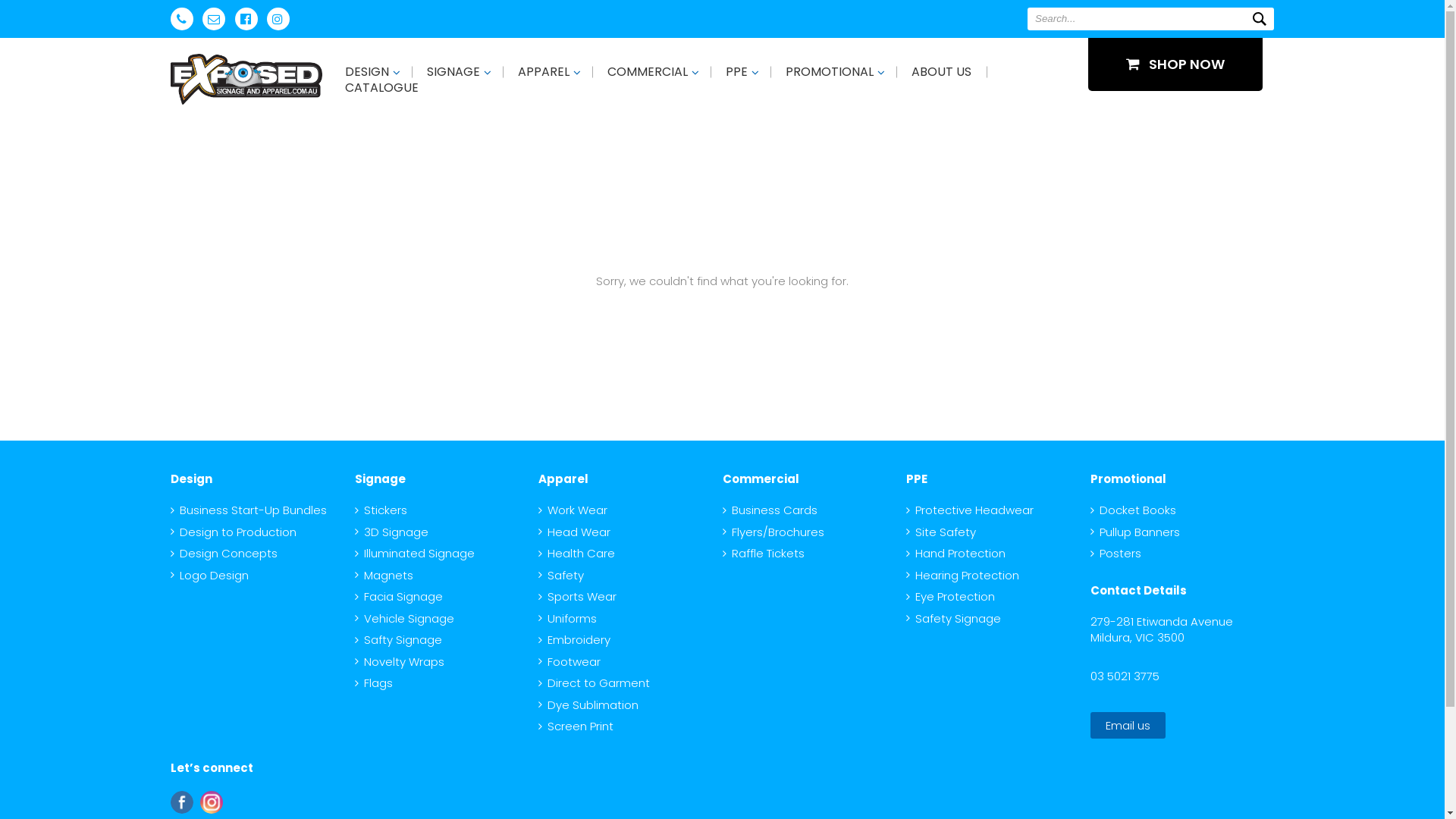  Describe the element at coordinates (374, 682) in the screenshot. I see `'Flags'` at that location.